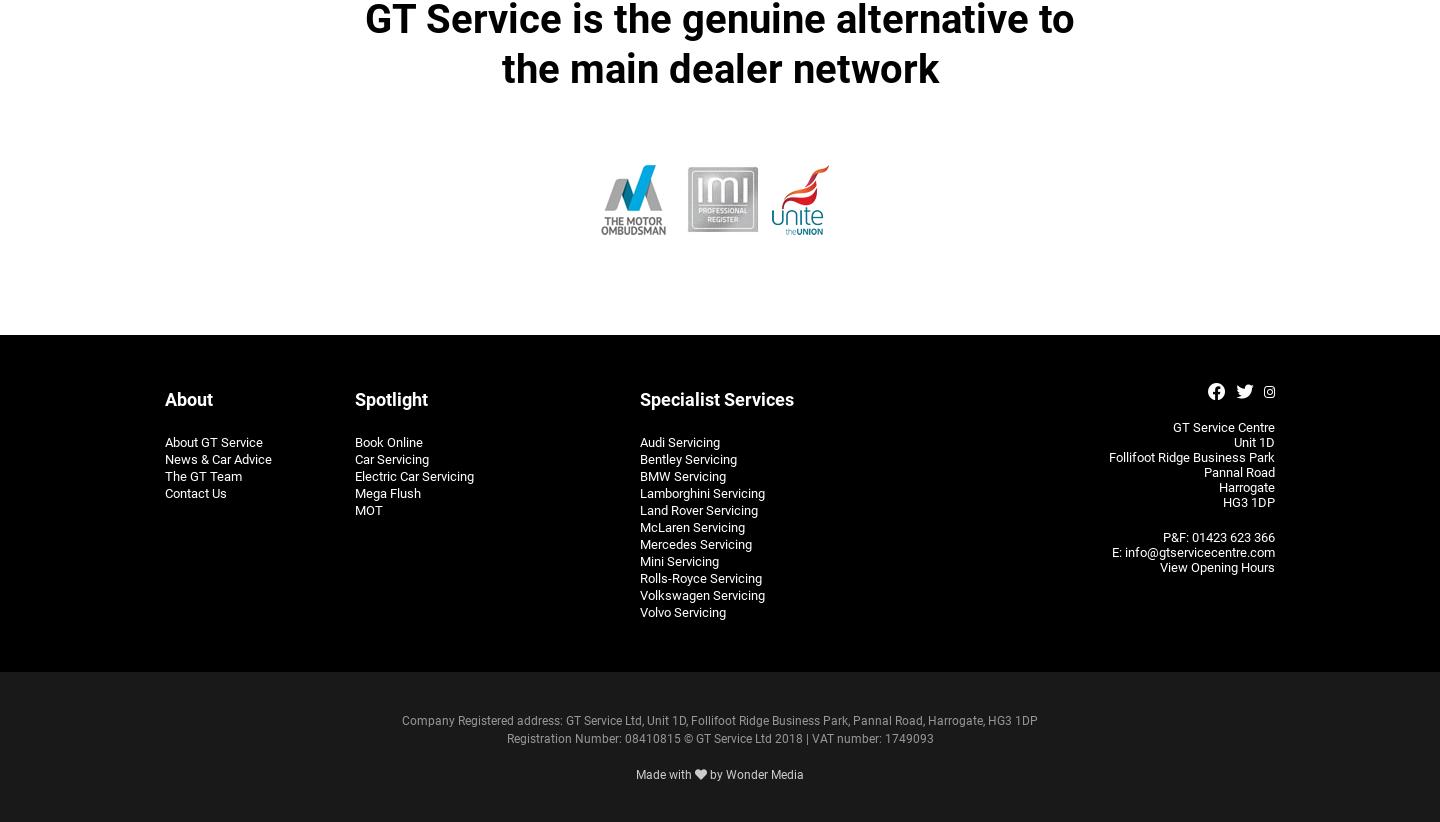 Image resolution: width=1440 pixels, height=822 pixels. I want to click on 'Land Rover Servicing', so click(698, 508).